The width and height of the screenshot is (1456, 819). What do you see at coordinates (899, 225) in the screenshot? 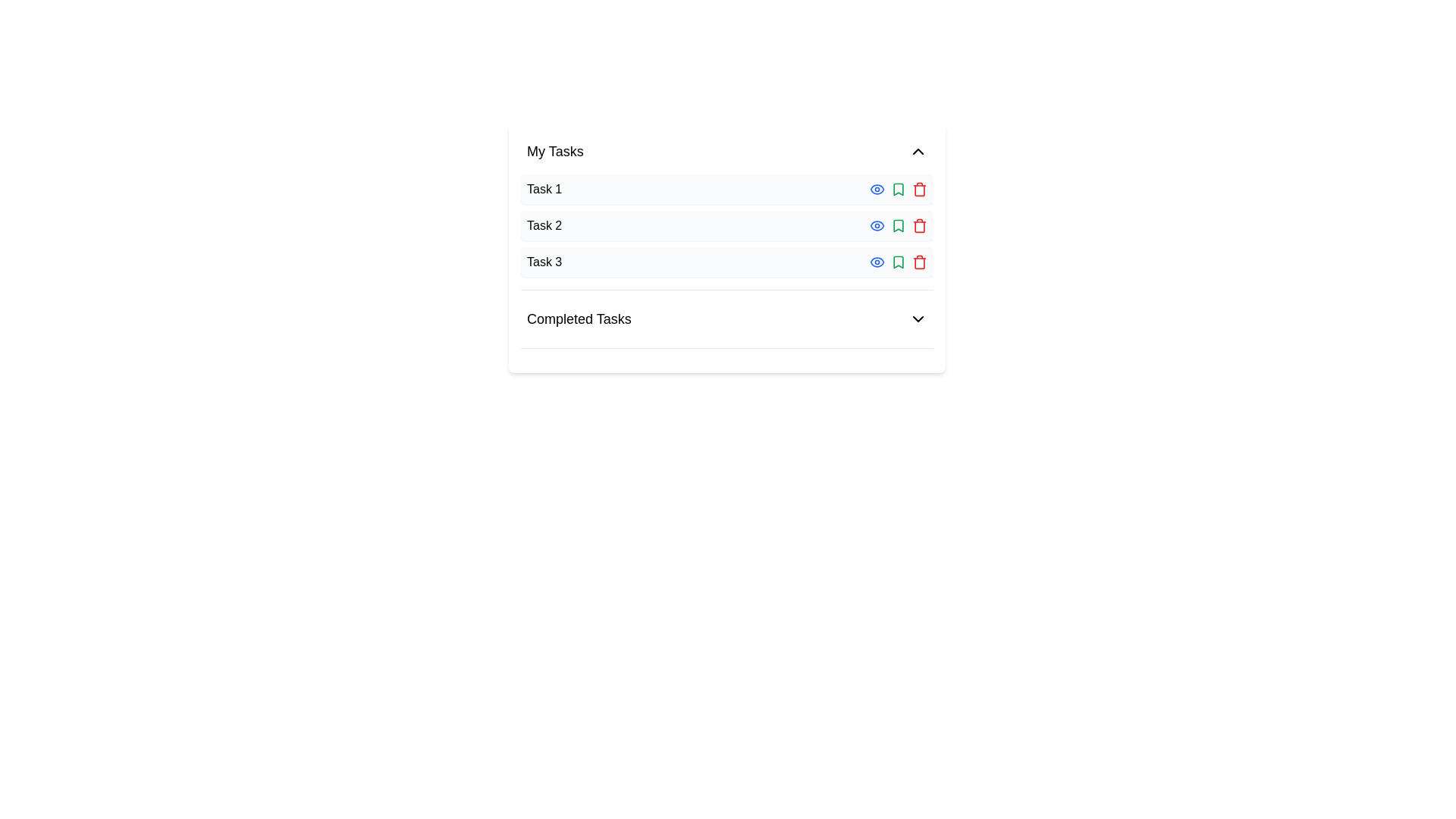
I see `the interactive bookmark icon, which is the second icon from the right in the task entry group, positioned between the eye icon and the trash icon` at bounding box center [899, 225].